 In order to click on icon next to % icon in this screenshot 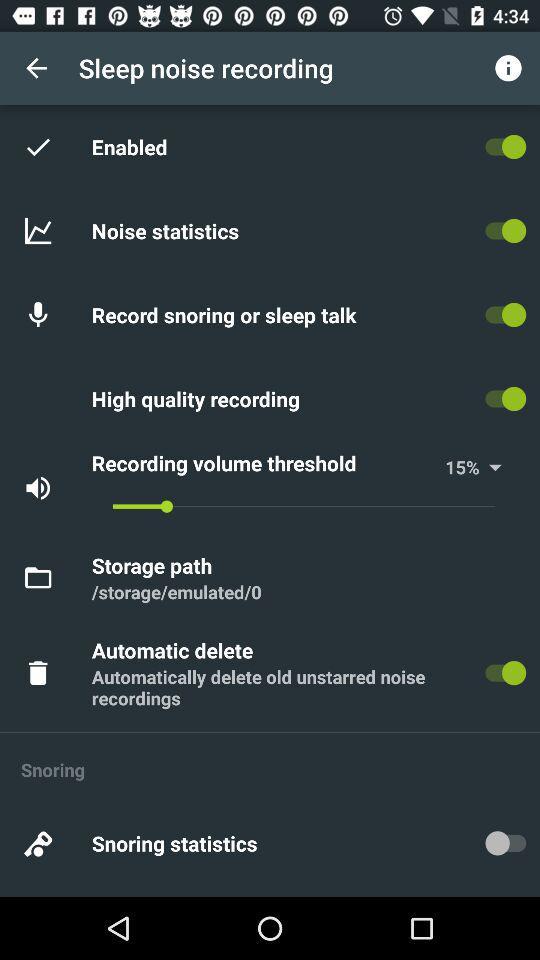, I will do `click(455, 467)`.